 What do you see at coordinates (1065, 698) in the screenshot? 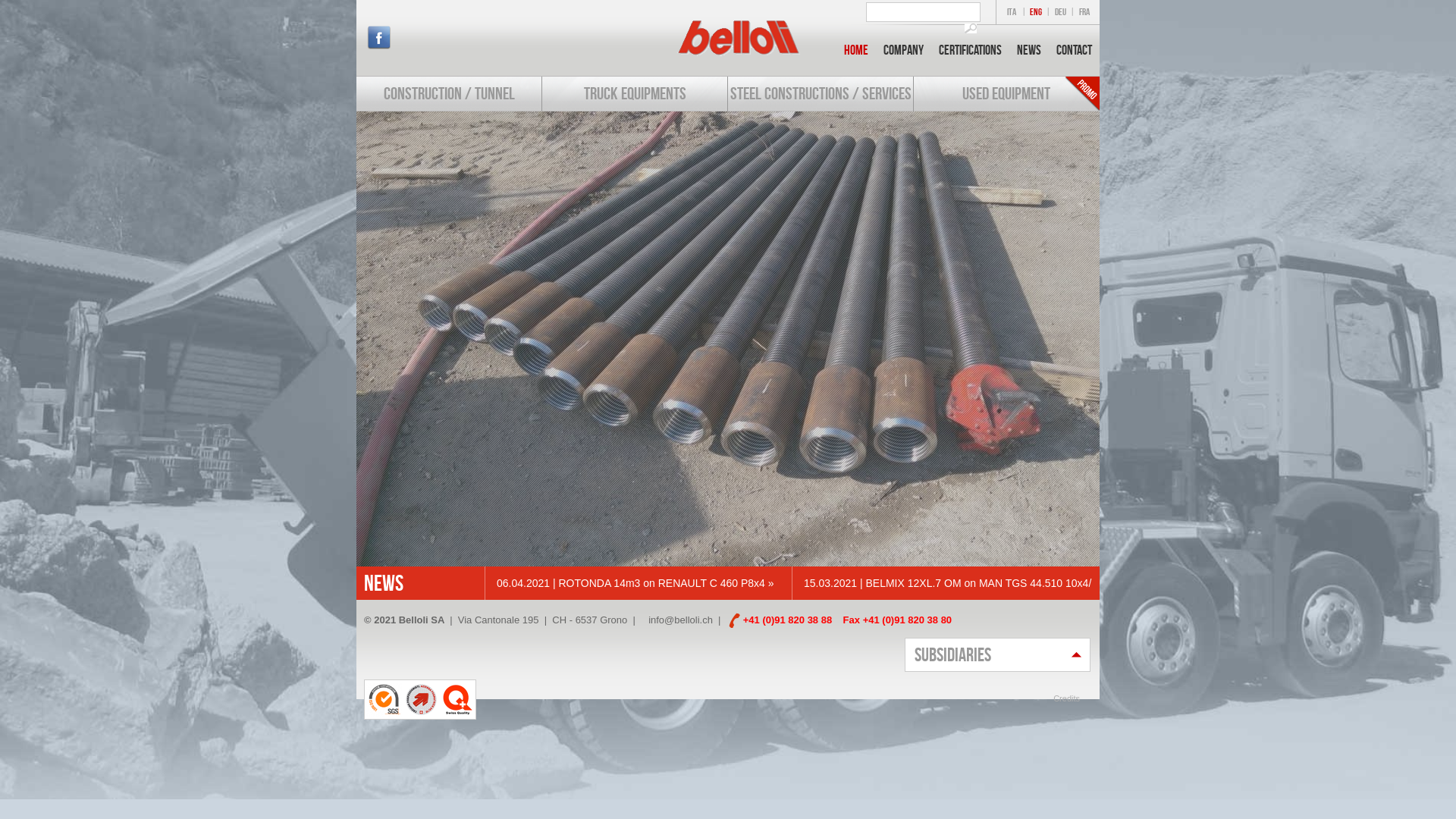
I see `'Credits'` at bounding box center [1065, 698].